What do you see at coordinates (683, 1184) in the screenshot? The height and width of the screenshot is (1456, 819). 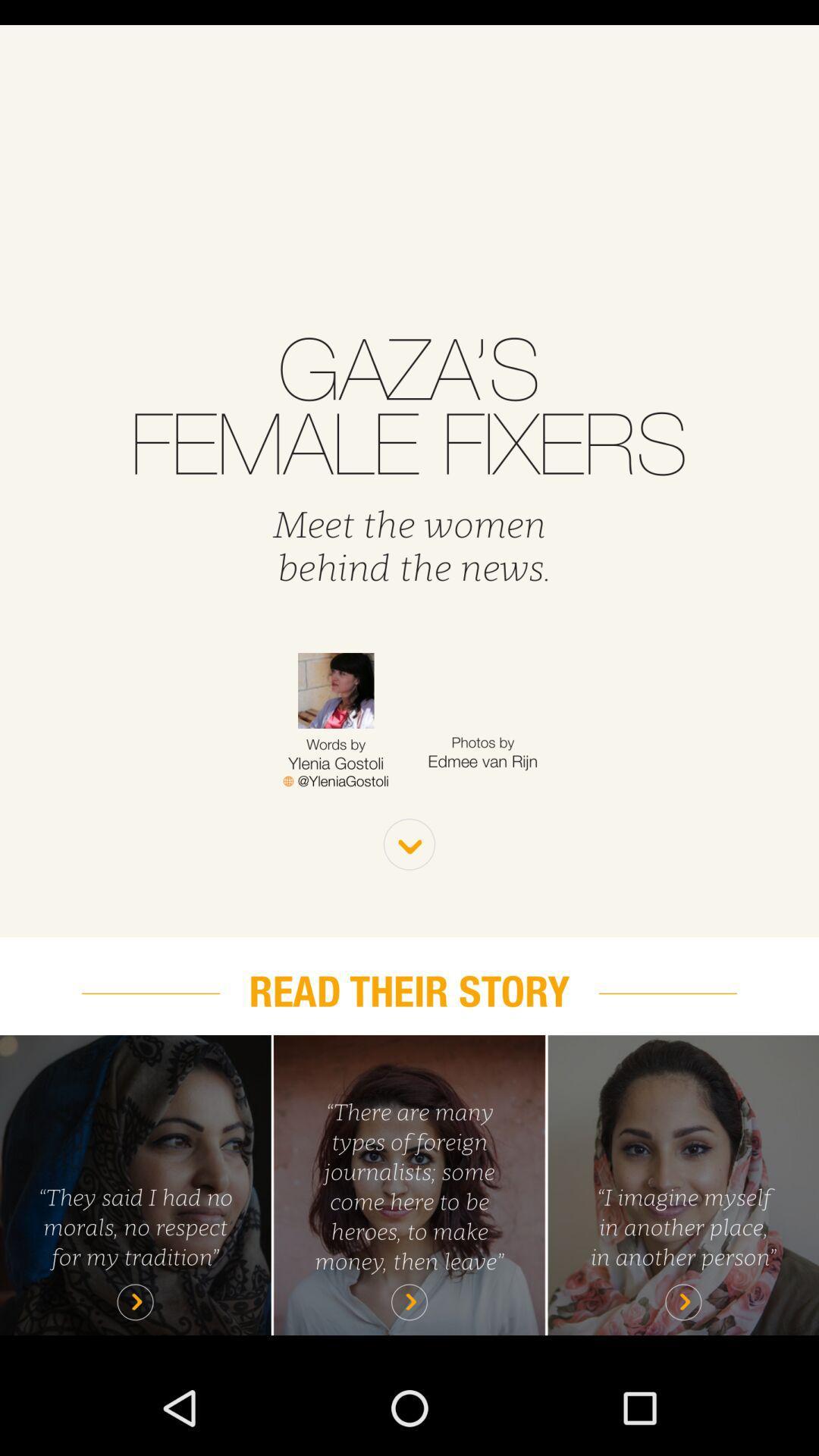 I see `choose this story` at bounding box center [683, 1184].